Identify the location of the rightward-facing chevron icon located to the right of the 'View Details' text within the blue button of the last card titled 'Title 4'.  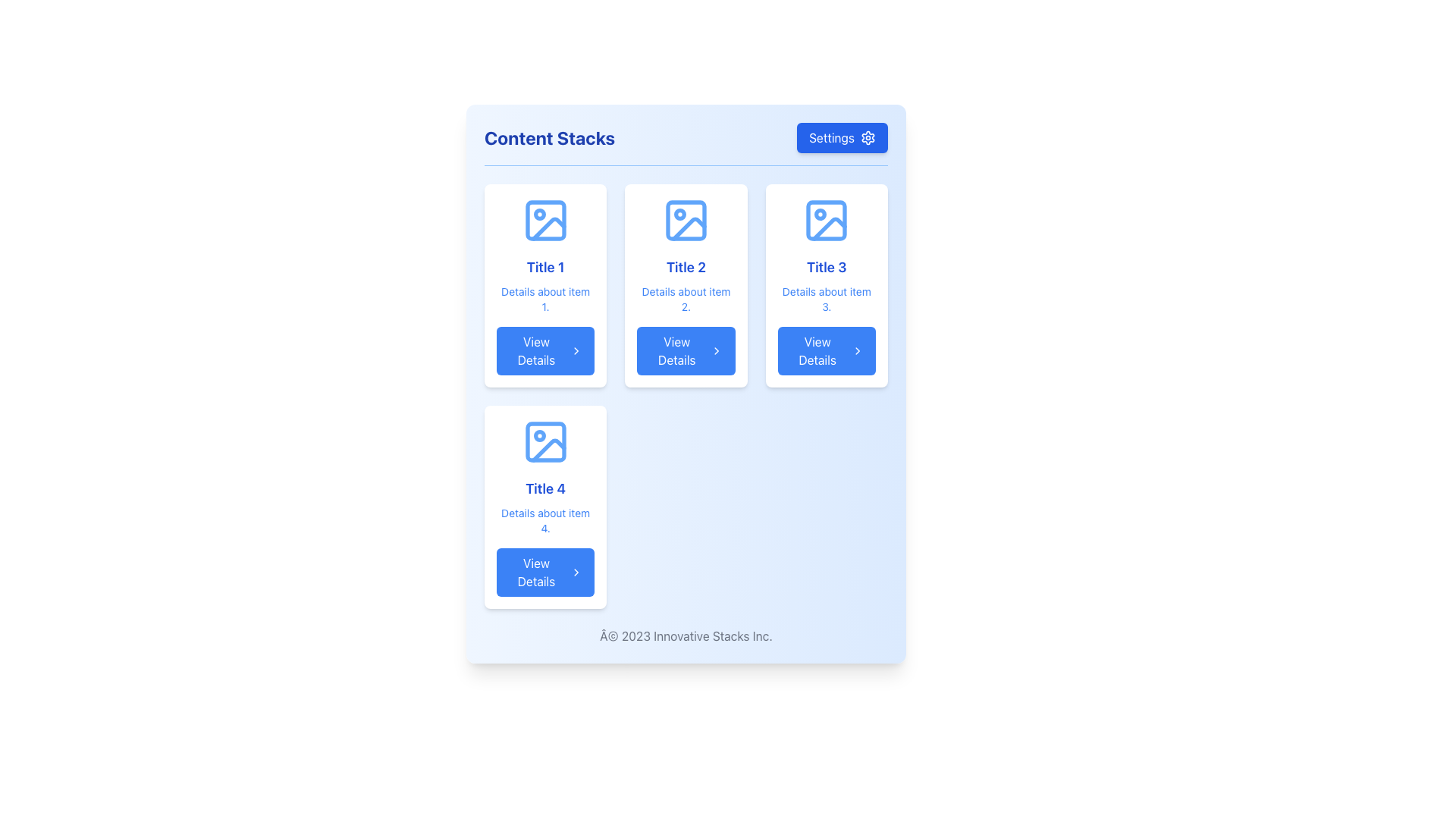
(576, 573).